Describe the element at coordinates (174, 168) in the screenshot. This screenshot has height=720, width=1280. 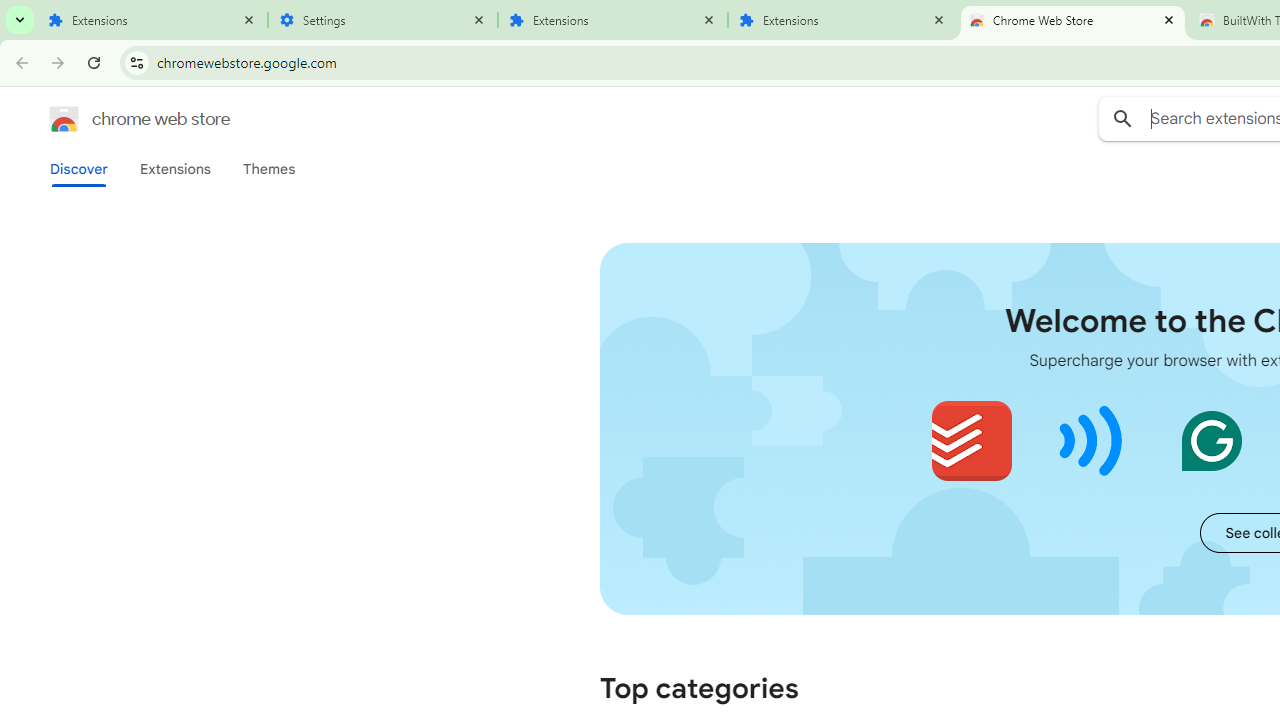
I see `'Extensions'` at that location.